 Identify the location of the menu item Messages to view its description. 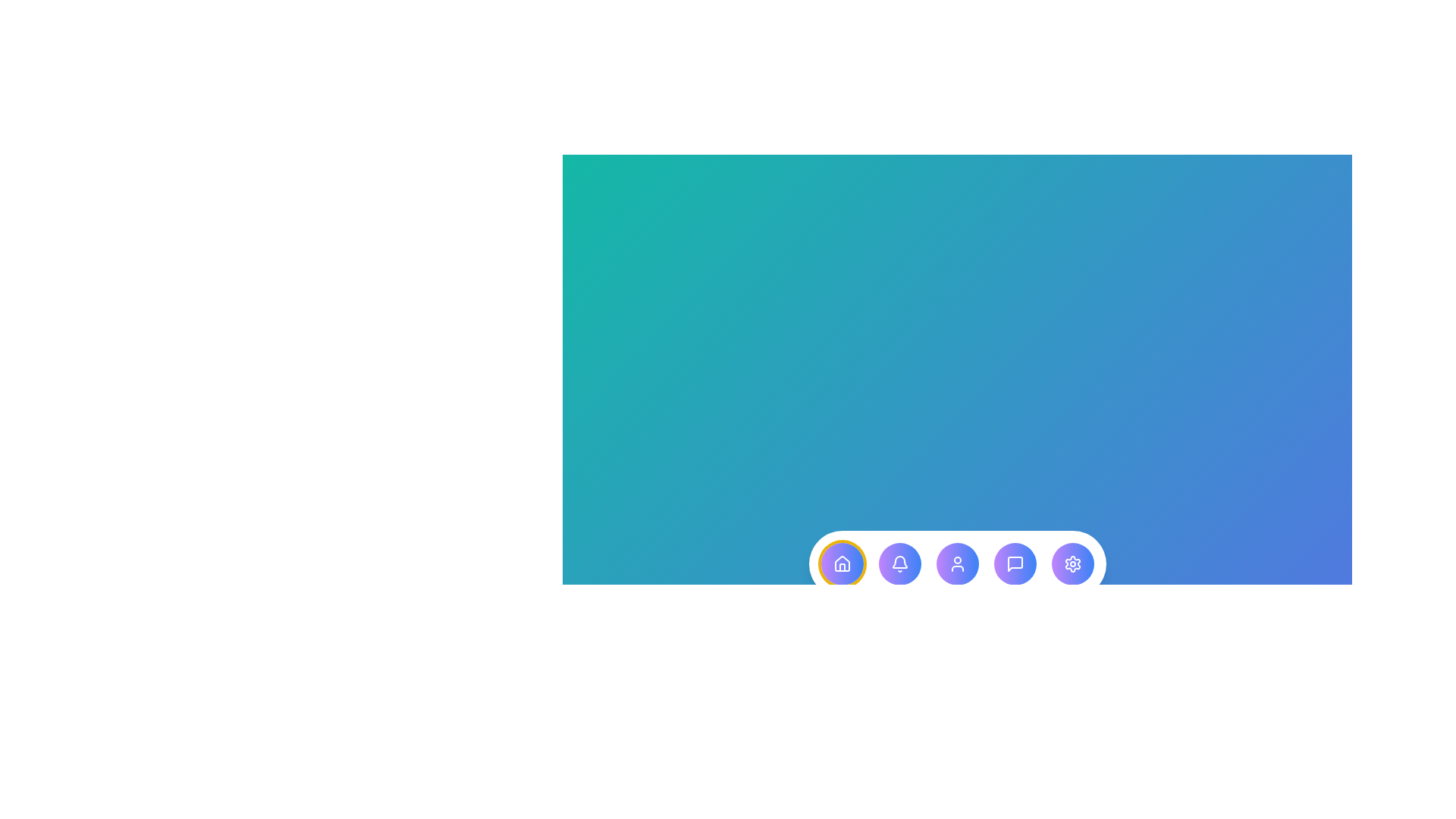
(1015, 564).